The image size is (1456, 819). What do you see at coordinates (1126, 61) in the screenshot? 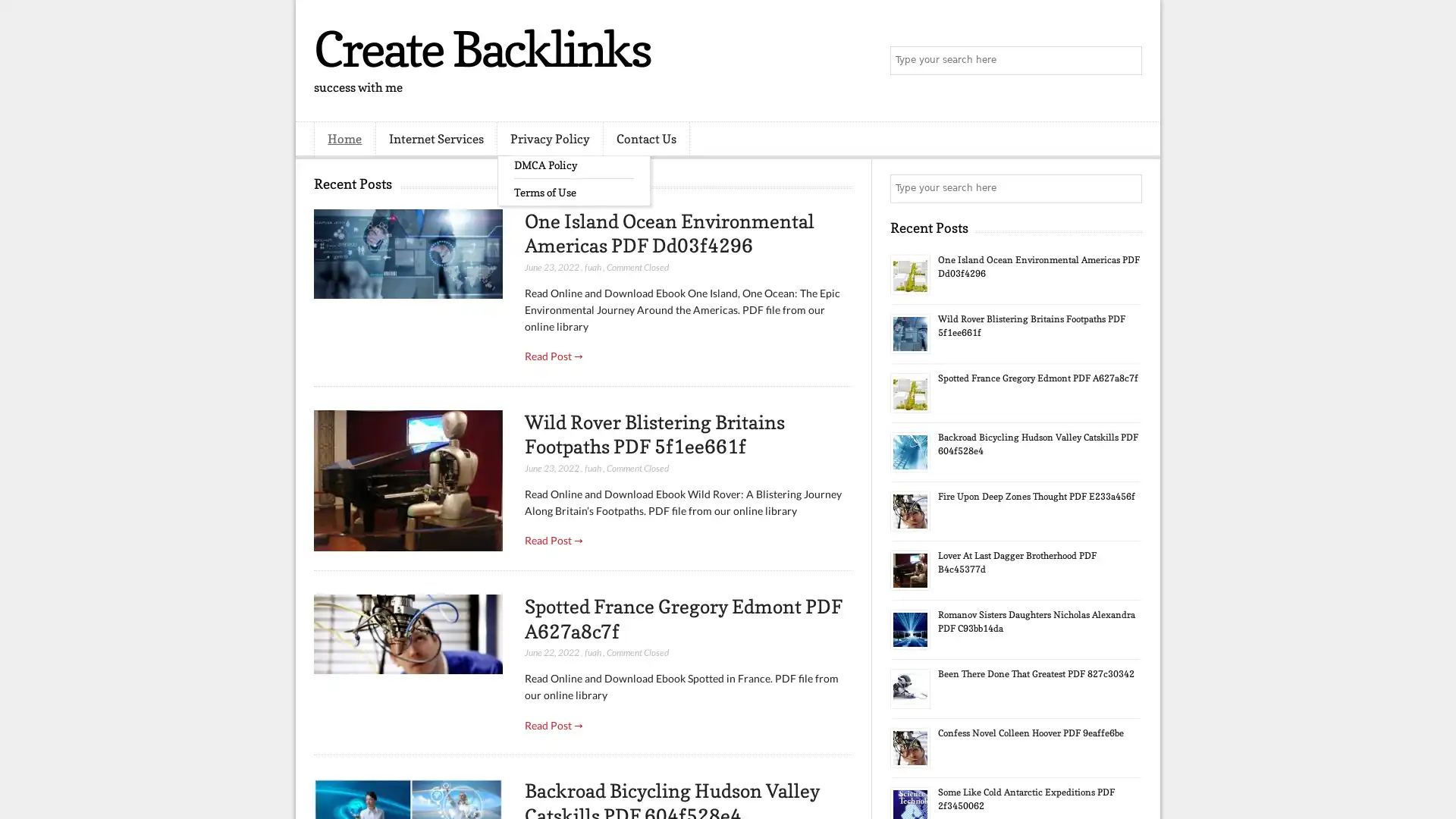
I see `Search` at bounding box center [1126, 61].